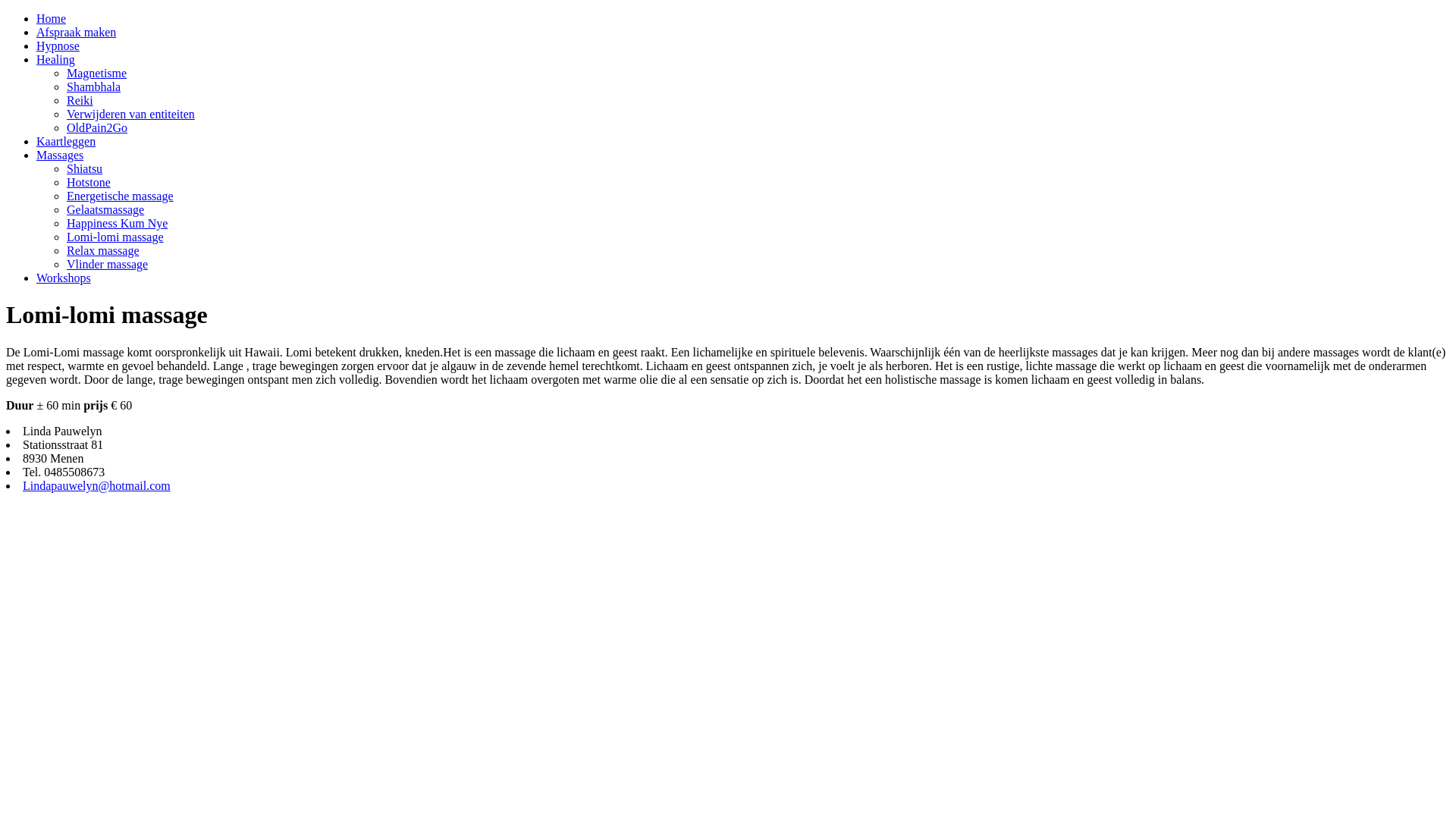 Image resolution: width=1456 pixels, height=819 pixels. Describe the element at coordinates (106, 263) in the screenshot. I see `'Vlinder massage'` at that location.